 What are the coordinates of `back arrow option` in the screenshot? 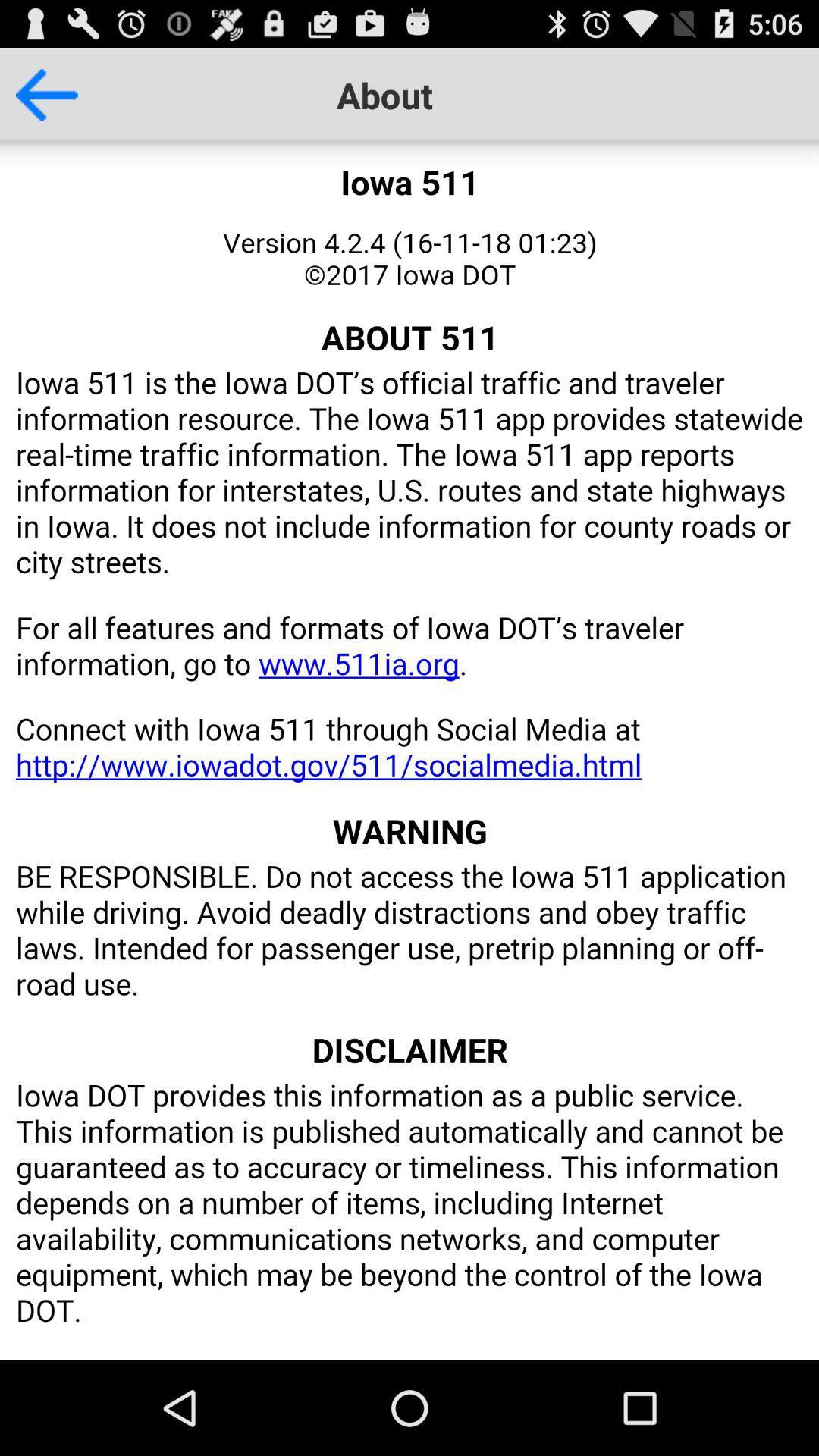 It's located at (38, 94).